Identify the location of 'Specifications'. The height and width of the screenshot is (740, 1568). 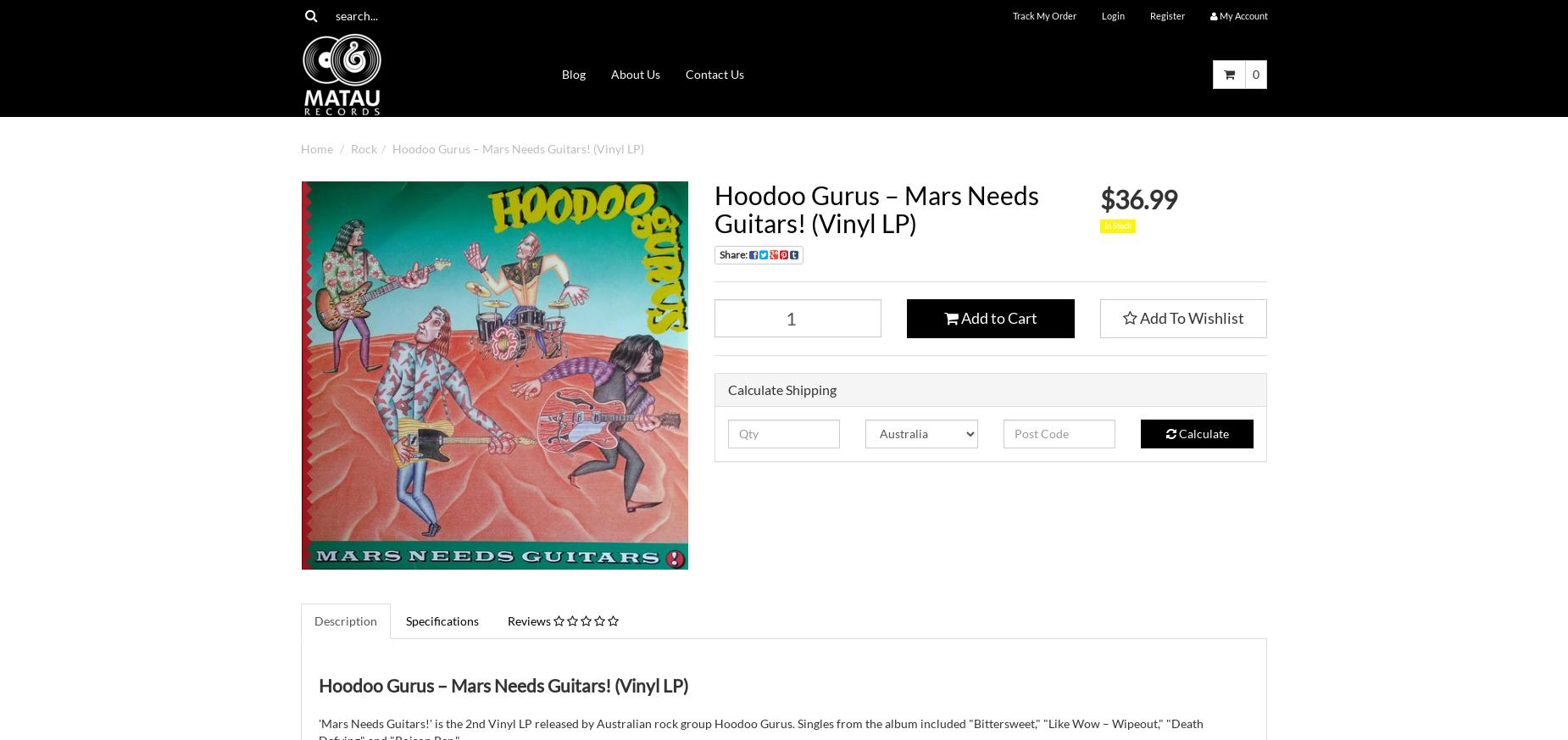
(442, 619).